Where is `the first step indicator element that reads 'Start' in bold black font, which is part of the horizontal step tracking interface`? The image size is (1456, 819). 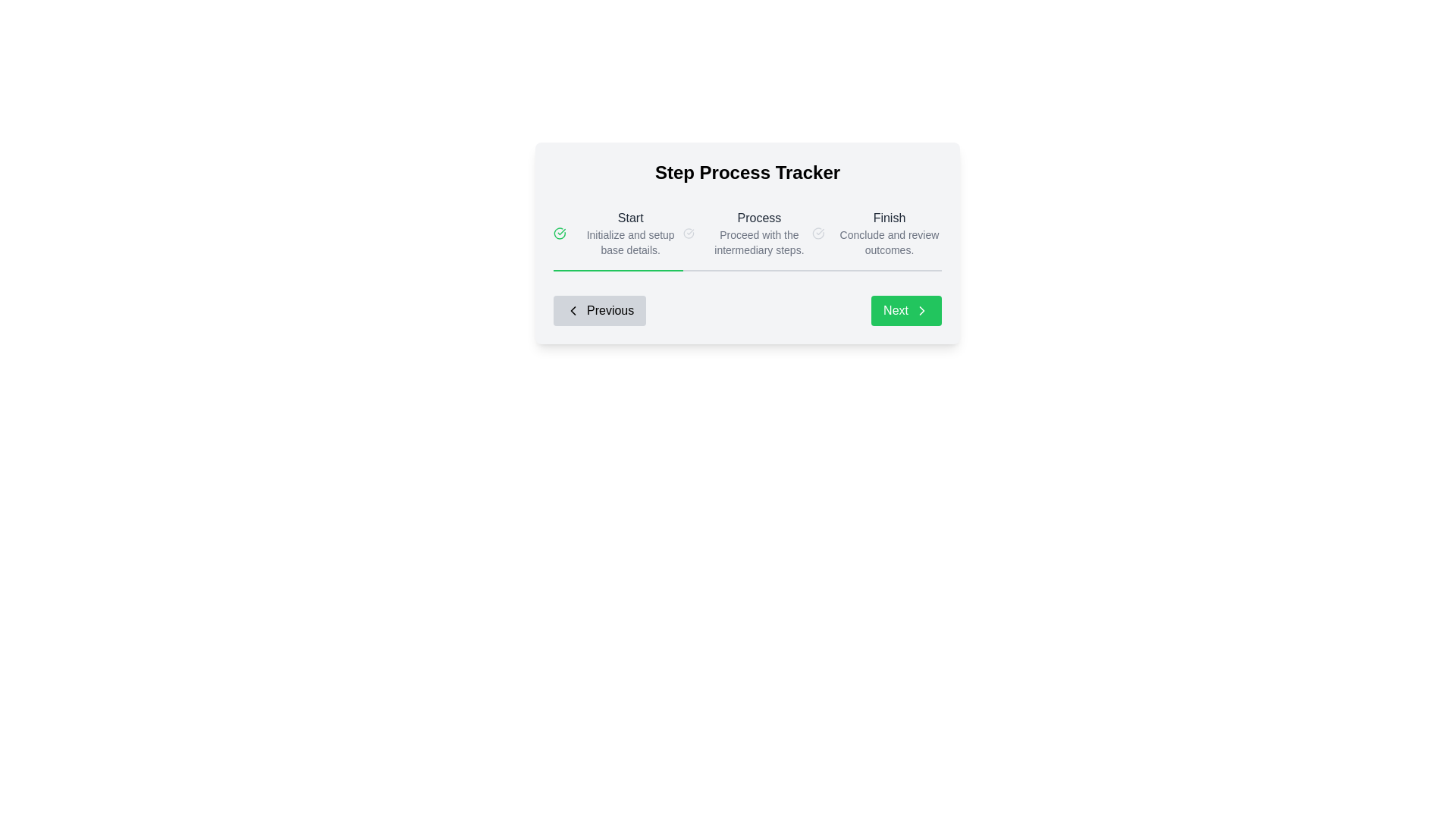
the first step indicator element that reads 'Start' in bold black font, which is part of the horizontal step tracking interface is located at coordinates (630, 234).